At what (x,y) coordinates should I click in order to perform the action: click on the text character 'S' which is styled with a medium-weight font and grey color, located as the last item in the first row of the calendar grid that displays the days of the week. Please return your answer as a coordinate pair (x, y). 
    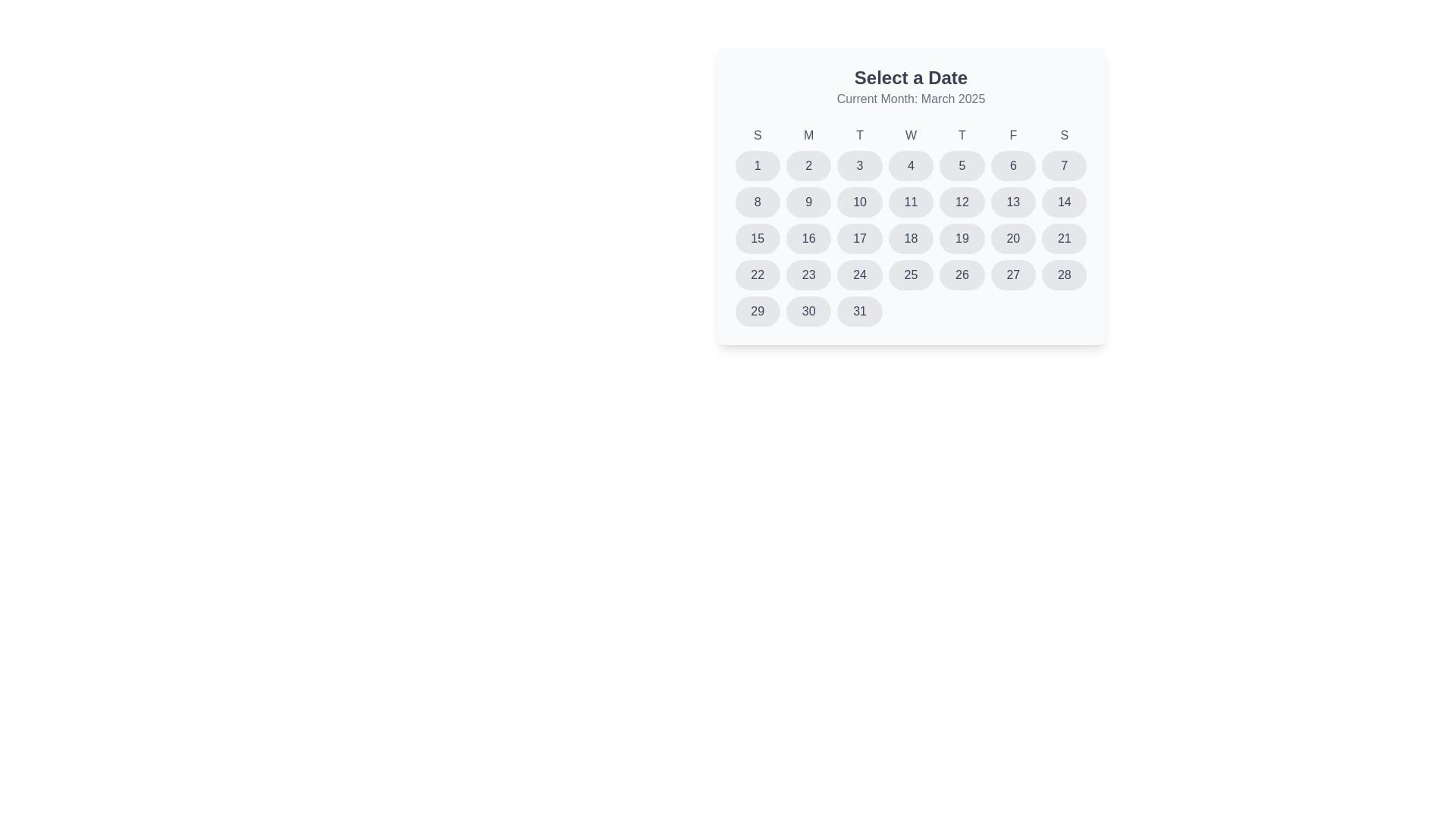
    Looking at the image, I should click on (1063, 134).